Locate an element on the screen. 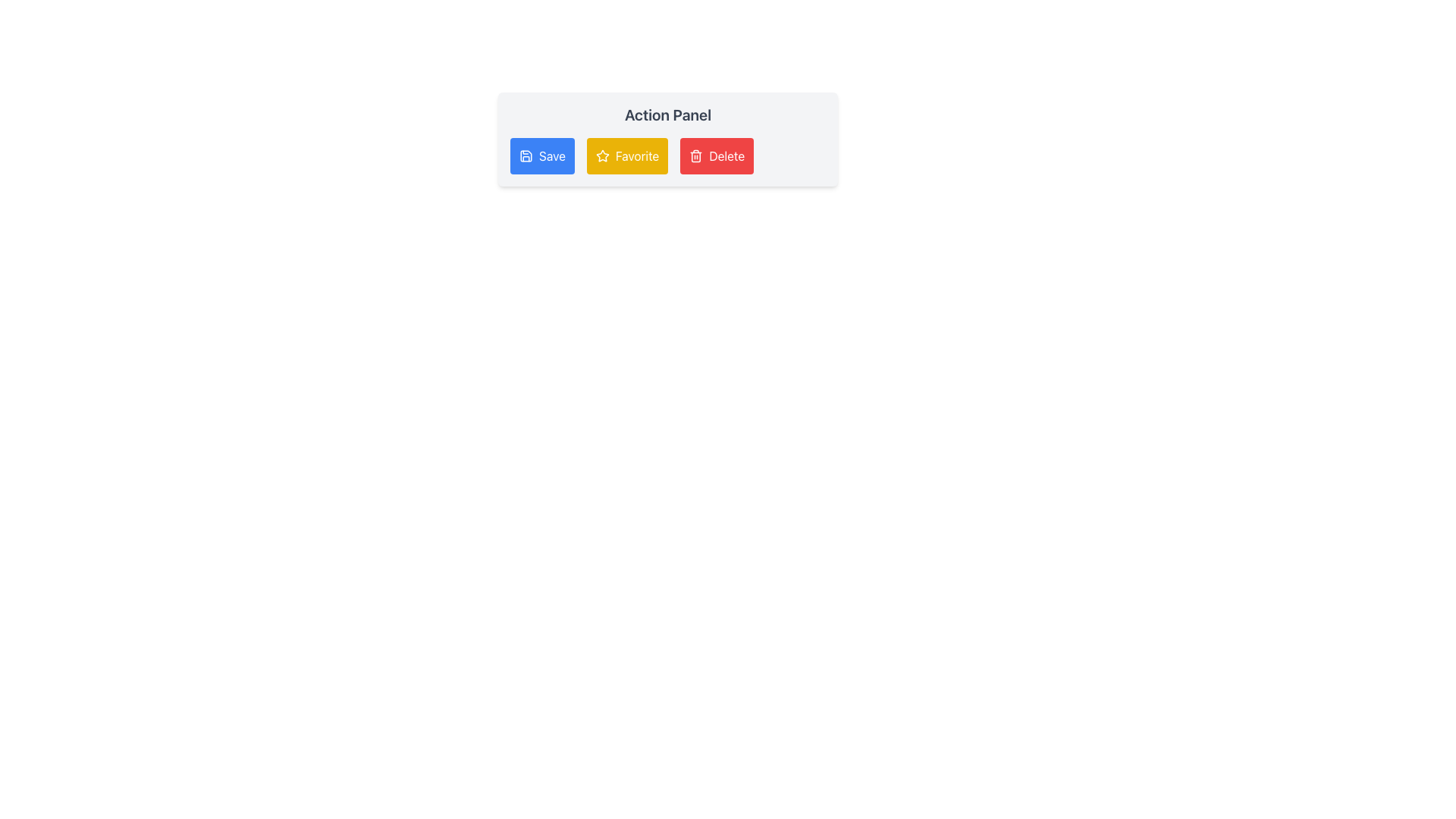  the stylized SVG save icon located in the Action Panel, positioned immediately before the 'Favorite' and 'Delete' buttons is located at coordinates (526, 155).